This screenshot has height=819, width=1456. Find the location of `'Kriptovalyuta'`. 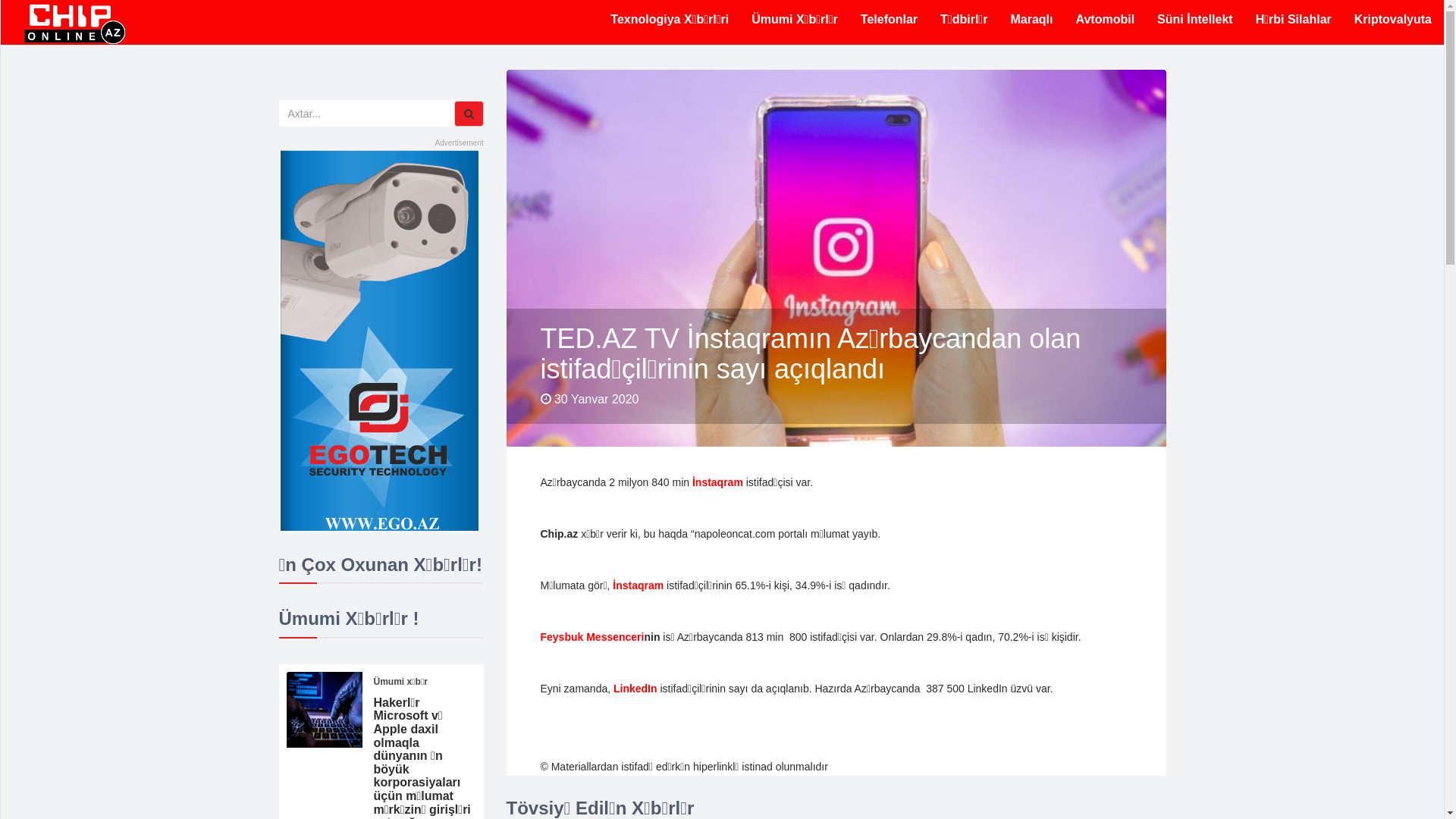

'Kriptovalyuta' is located at coordinates (1393, 20).